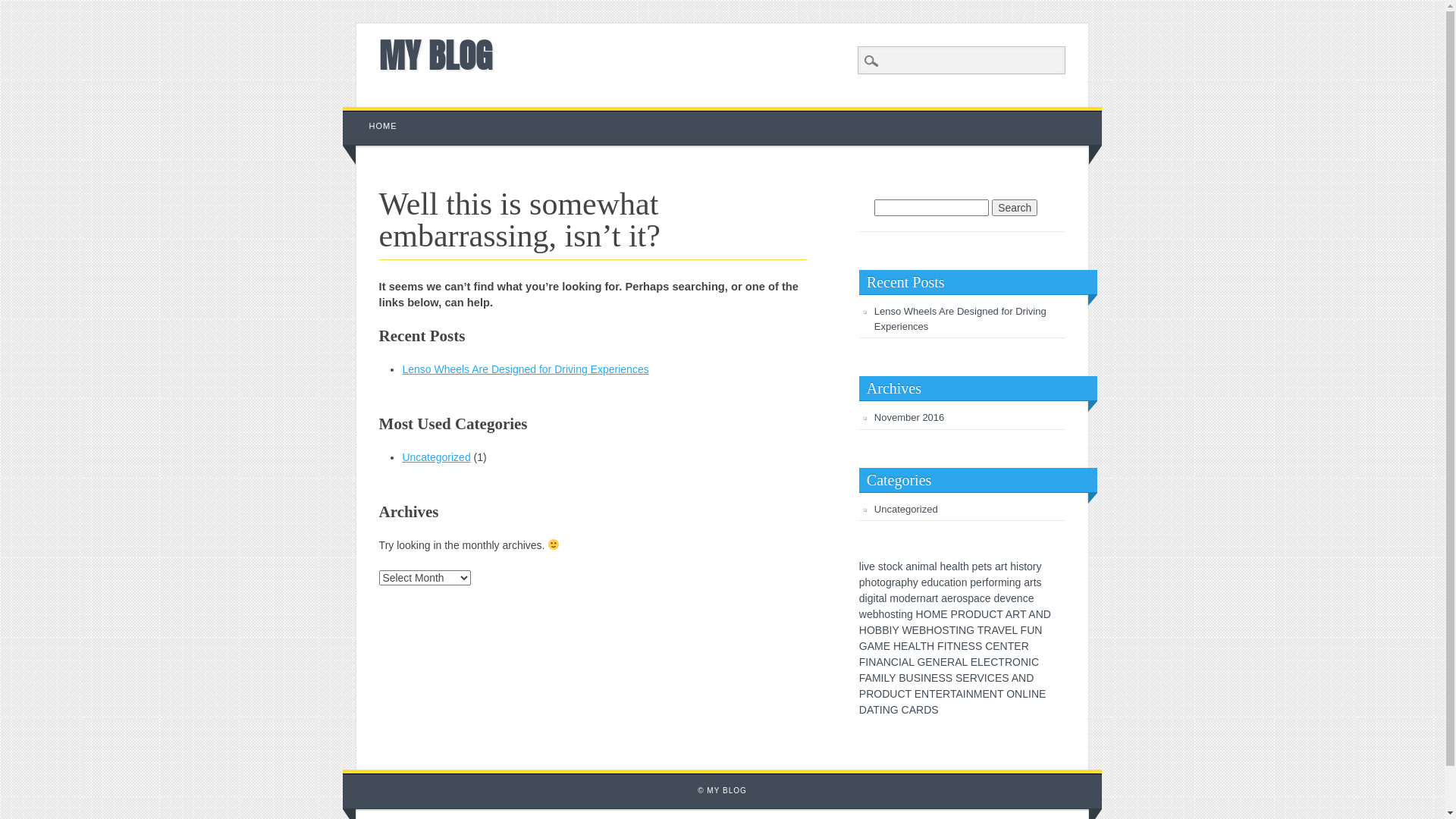 Image resolution: width=1456 pixels, height=819 pixels. What do you see at coordinates (862, 693) in the screenshot?
I see `'P'` at bounding box center [862, 693].